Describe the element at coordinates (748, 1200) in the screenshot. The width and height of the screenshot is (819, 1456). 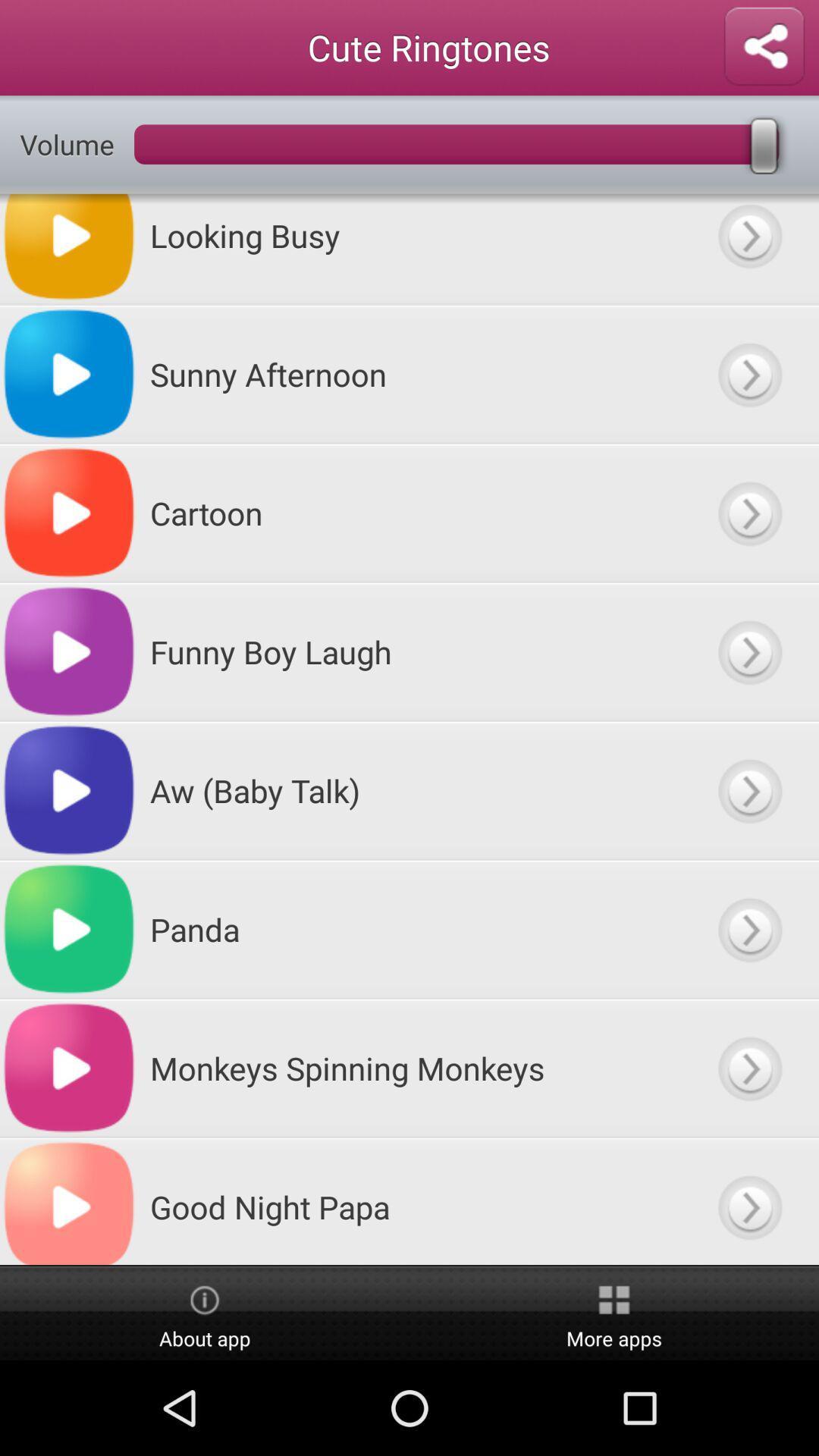
I see `previous button` at that location.